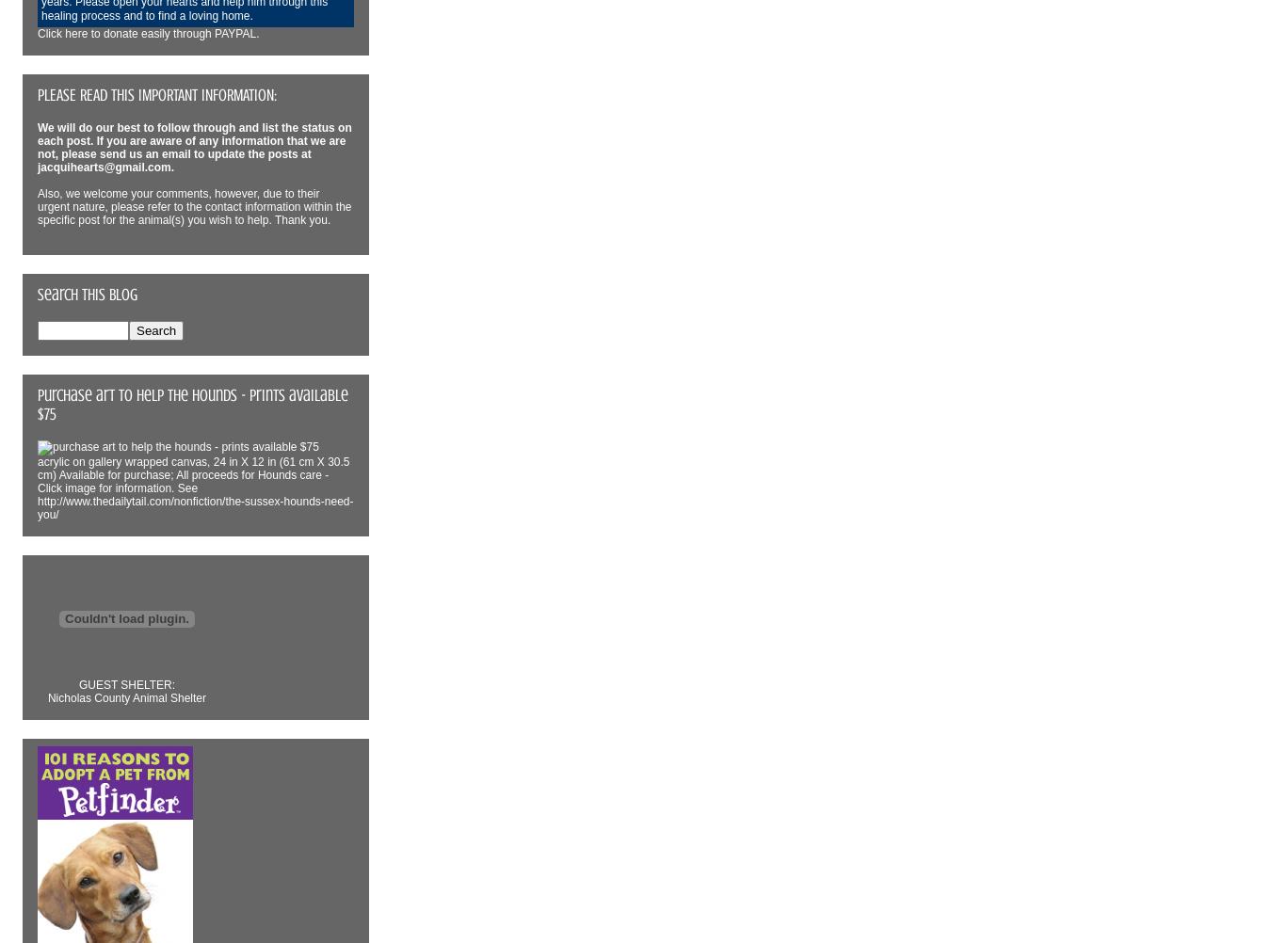 The width and height of the screenshot is (1288, 943). I want to click on 'Click here to donate easily through PAYPAL.', so click(37, 33).